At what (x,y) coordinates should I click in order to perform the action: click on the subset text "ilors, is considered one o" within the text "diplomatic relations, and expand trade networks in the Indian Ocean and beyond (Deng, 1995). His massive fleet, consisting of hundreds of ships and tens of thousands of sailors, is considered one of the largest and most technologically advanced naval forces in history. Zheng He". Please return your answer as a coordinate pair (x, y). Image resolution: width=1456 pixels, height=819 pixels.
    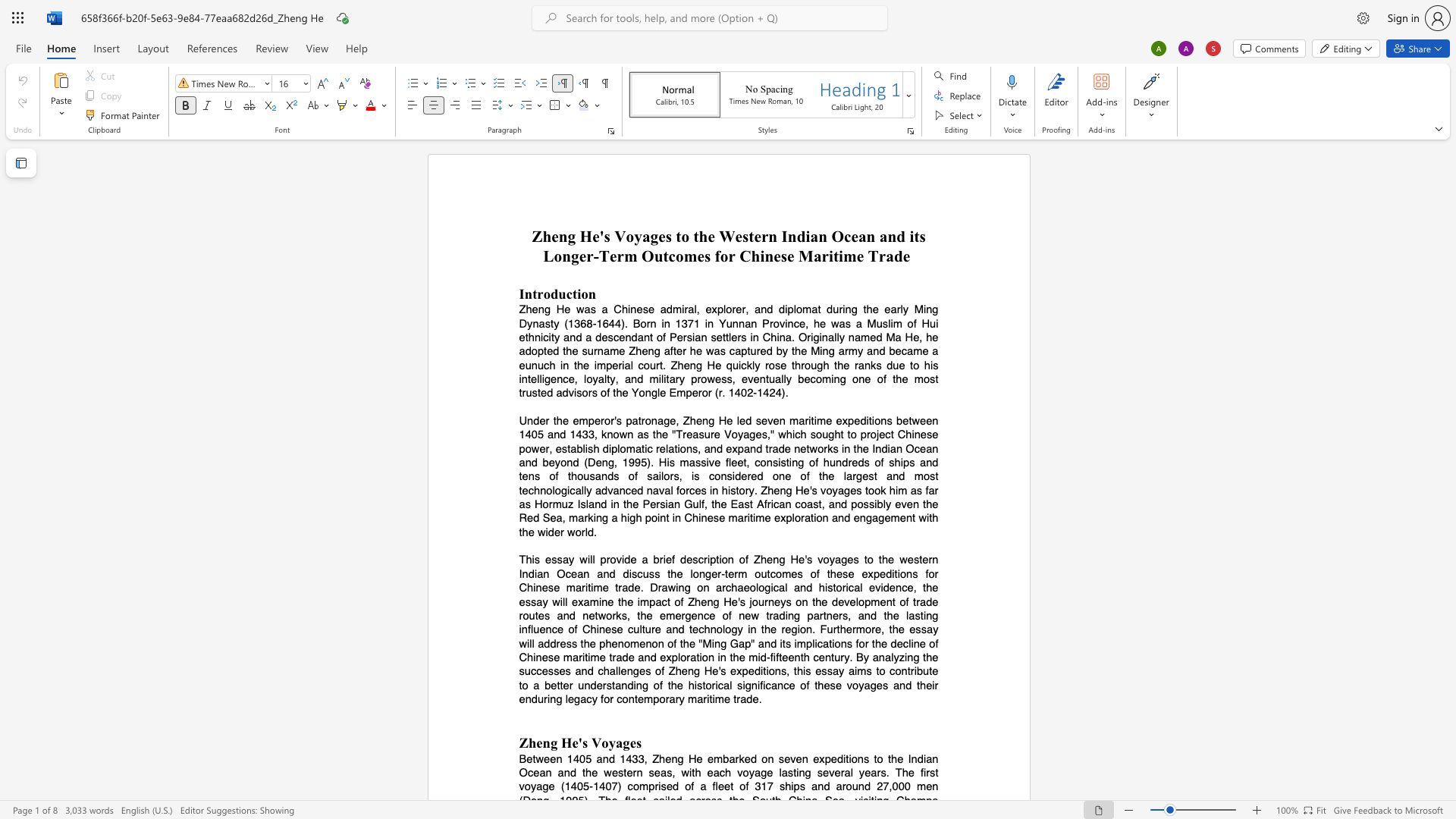
    Looking at the image, I should click on (658, 475).